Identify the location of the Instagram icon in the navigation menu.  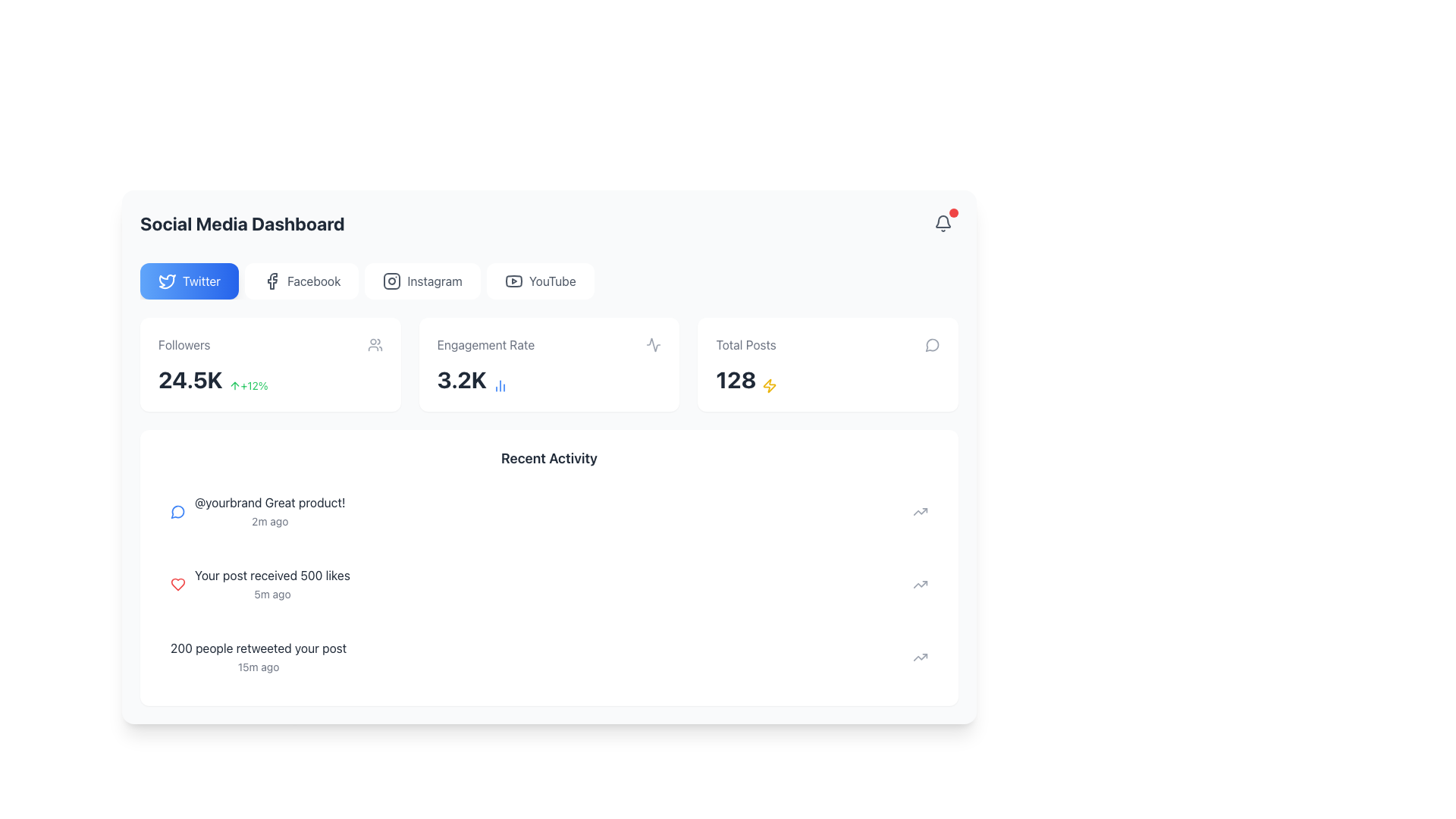
(392, 281).